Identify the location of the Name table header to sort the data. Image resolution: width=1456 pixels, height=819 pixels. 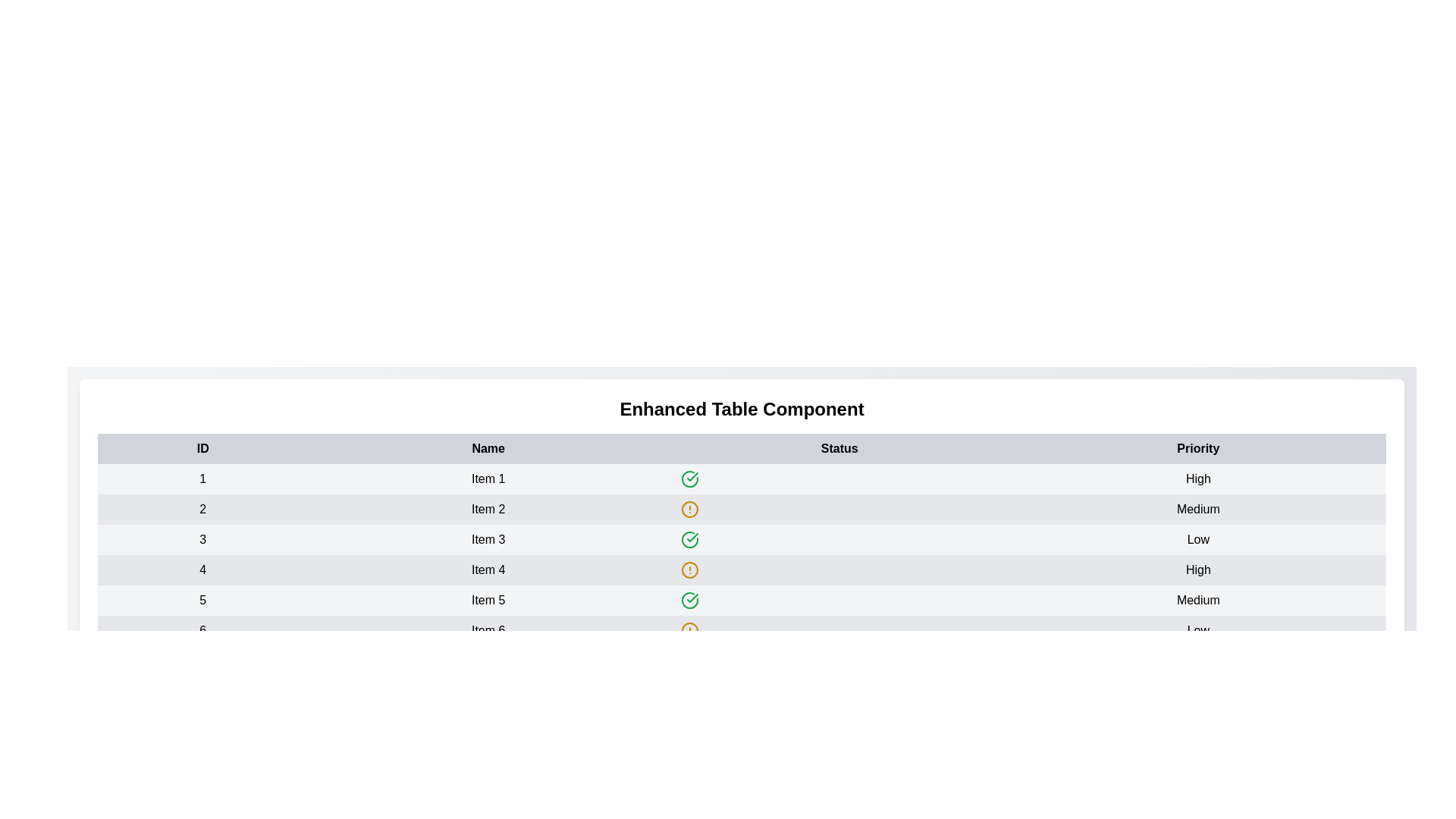
(488, 447).